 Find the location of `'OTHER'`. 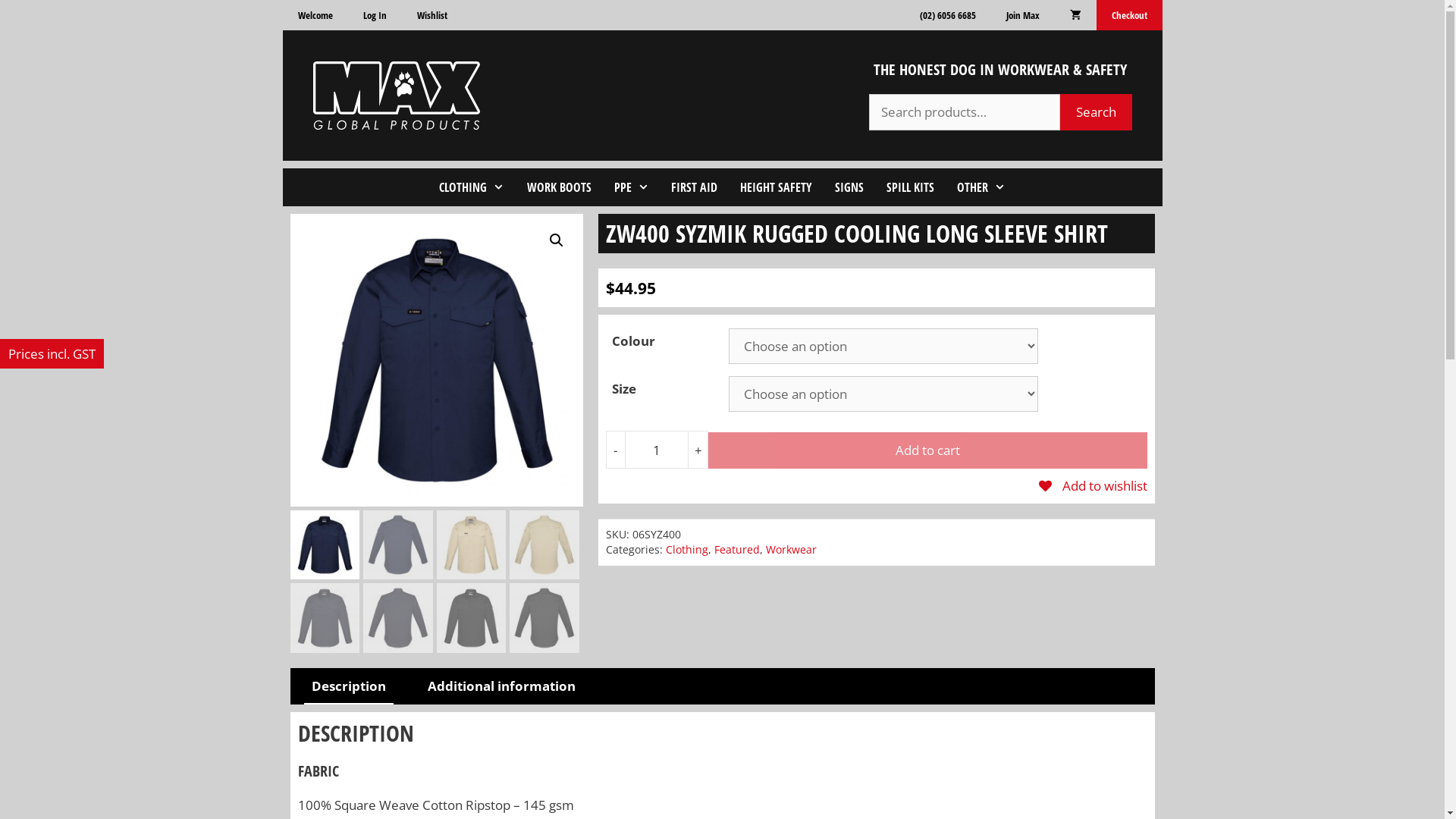

'OTHER' is located at coordinates (945, 186).